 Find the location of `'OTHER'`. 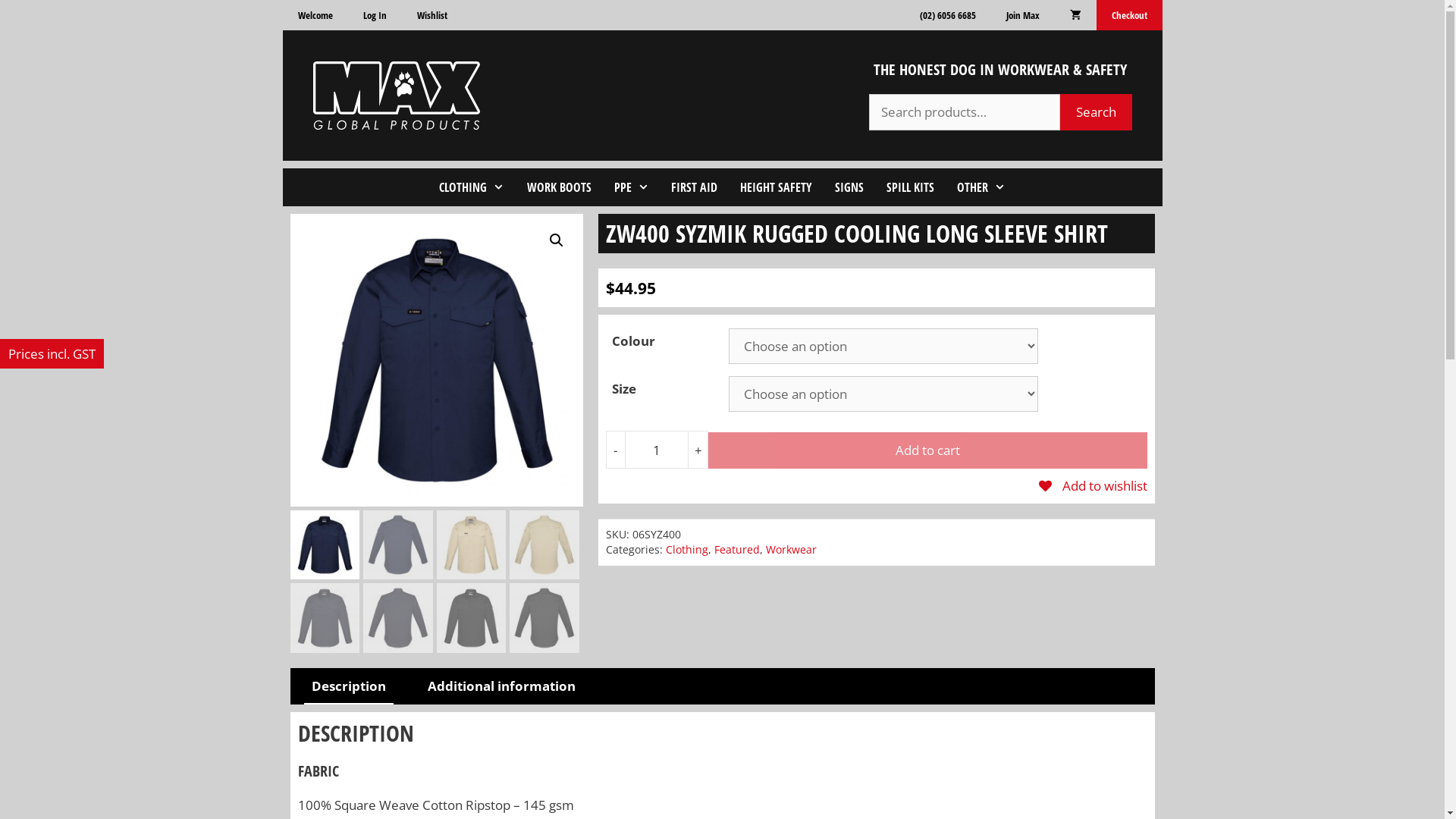

'OTHER' is located at coordinates (945, 186).